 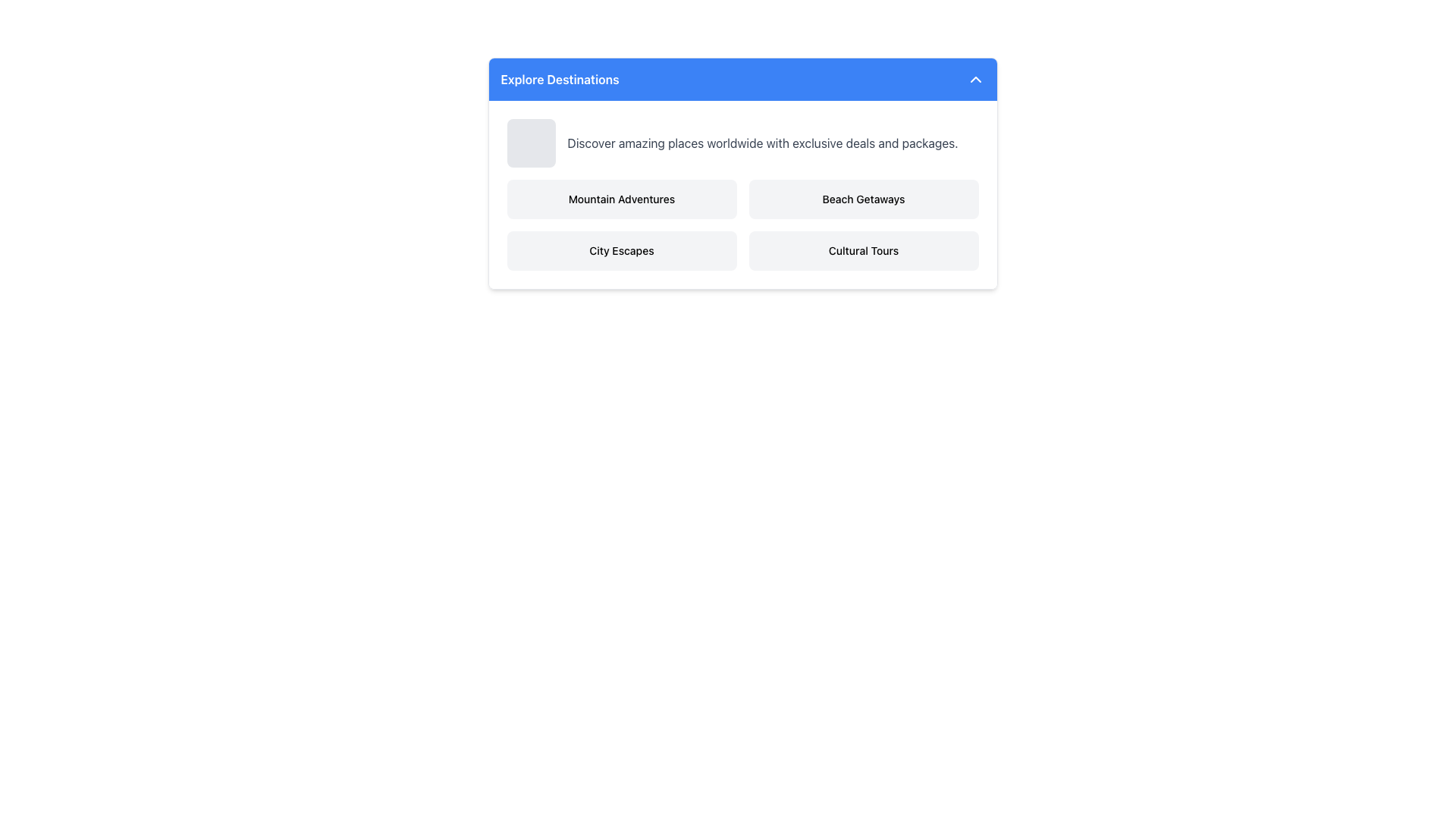 I want to click on the 'Cultural Tours' button located in the bottom-right position of the grid of options, adjacent to the 'City Escapes' button on the left and below the 'Beach Getaways' button, so click(x=863, y=250).